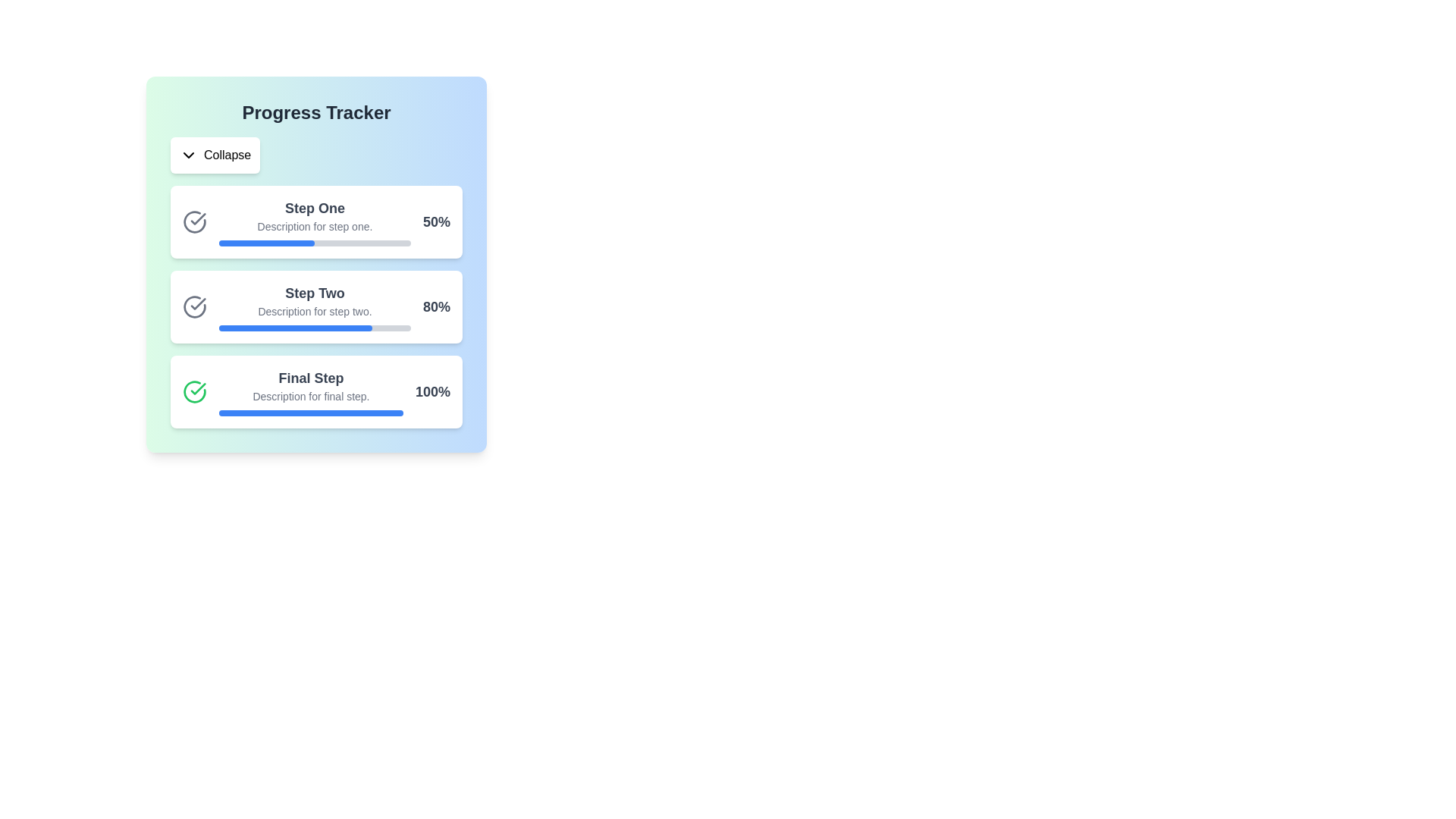 The image size is (1456, 819). Describe the element at coordinates (314, 327) in the screenshot. I see `the progress bar indicating 80% completion, which is located below the description for 'Step Two' in the middle section of the 'Progress Tracker' layout` at that location.